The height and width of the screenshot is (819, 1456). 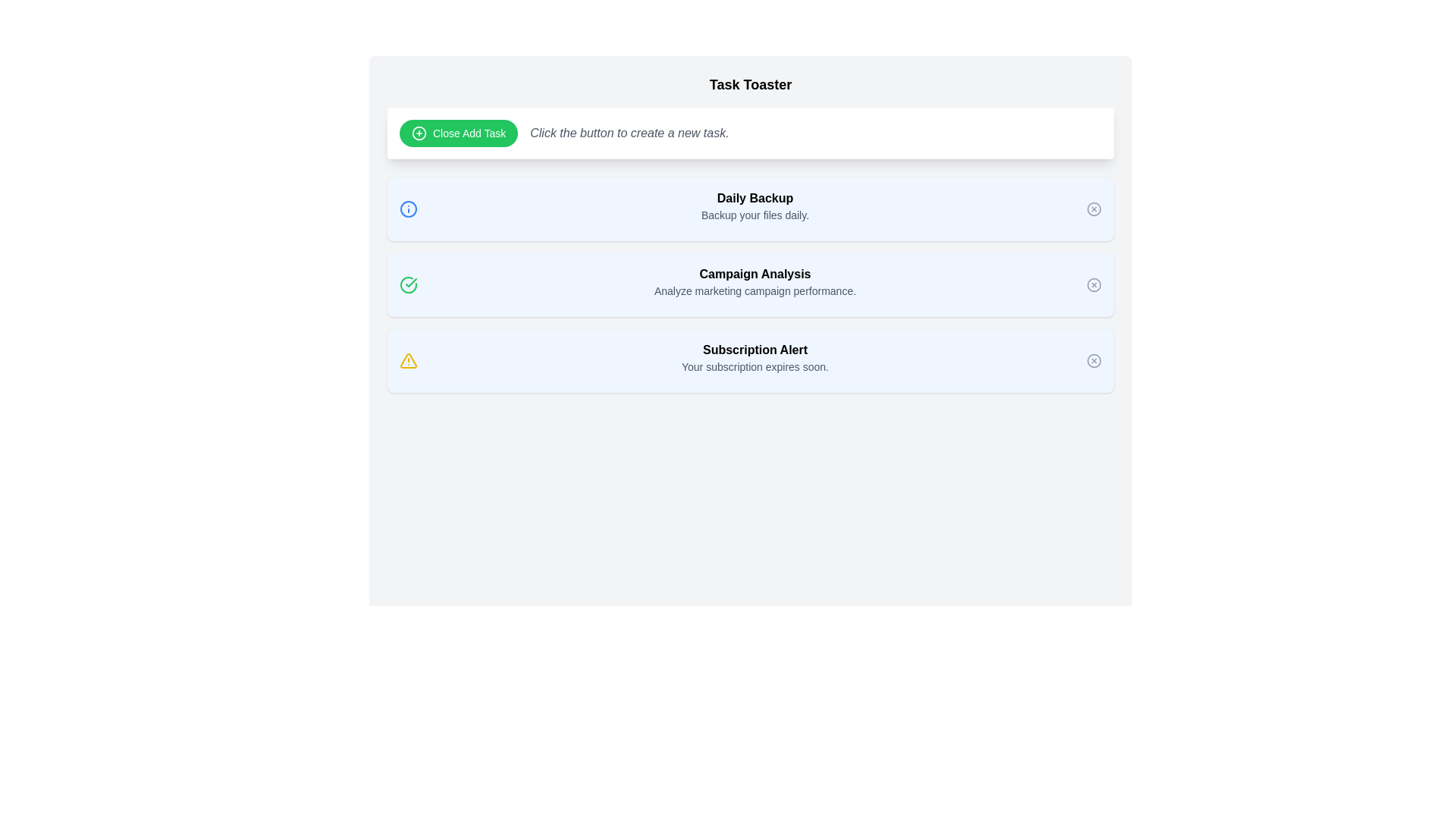 I want to click on the circular SVG icon representing a delete or close button located, so click(x=1094, y=209).